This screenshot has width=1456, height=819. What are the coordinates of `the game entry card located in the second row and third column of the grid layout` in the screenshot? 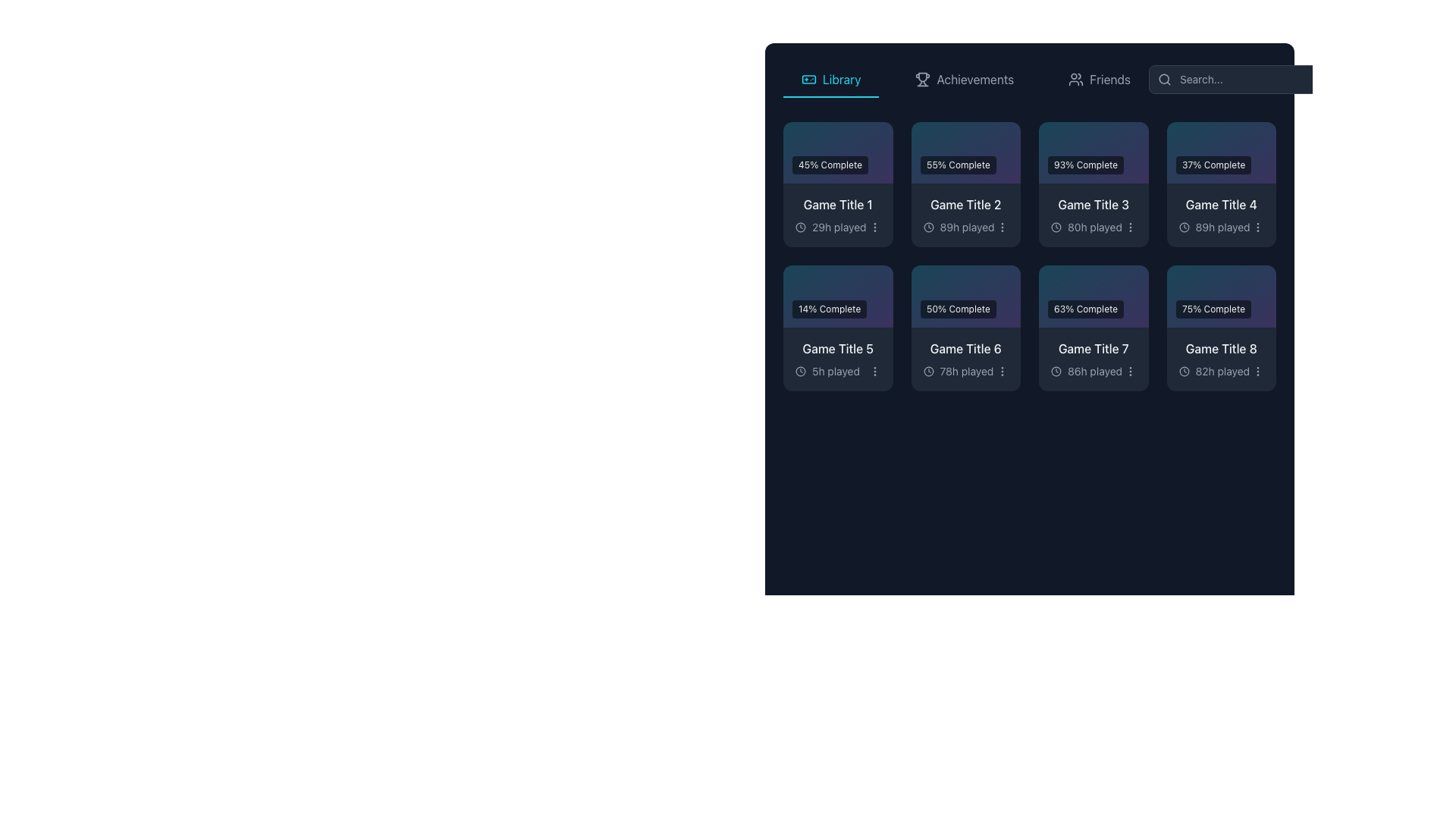 It's located at (1094, 327).